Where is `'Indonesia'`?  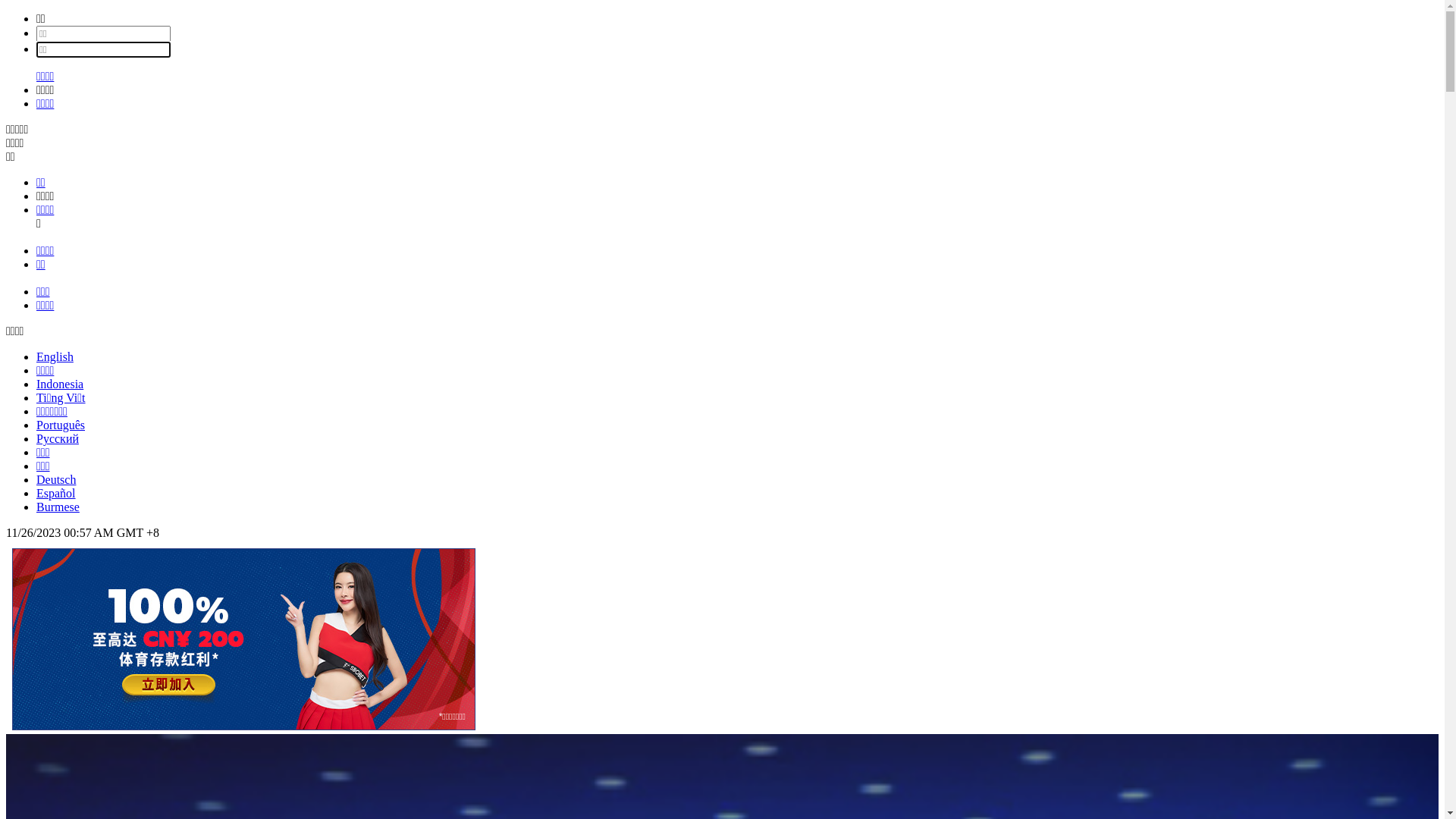
'Indonesia' is located at coordinates (59, 383).